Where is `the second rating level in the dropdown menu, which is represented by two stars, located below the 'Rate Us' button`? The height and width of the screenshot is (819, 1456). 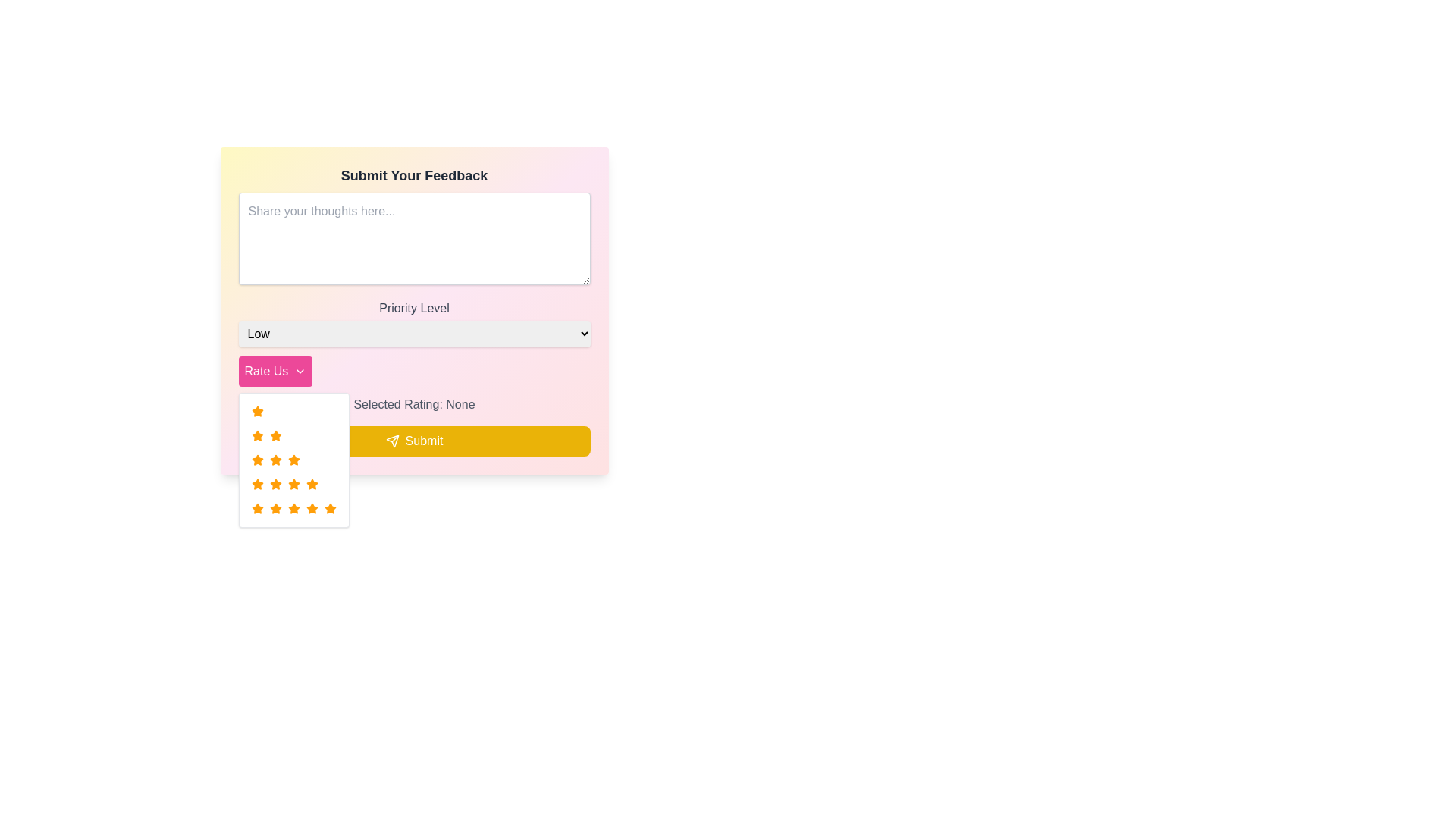 the second rating level in the dropdown menu, which is represented by two stars, located below the 'Rate Us' button is located at coordinates (293, 435).